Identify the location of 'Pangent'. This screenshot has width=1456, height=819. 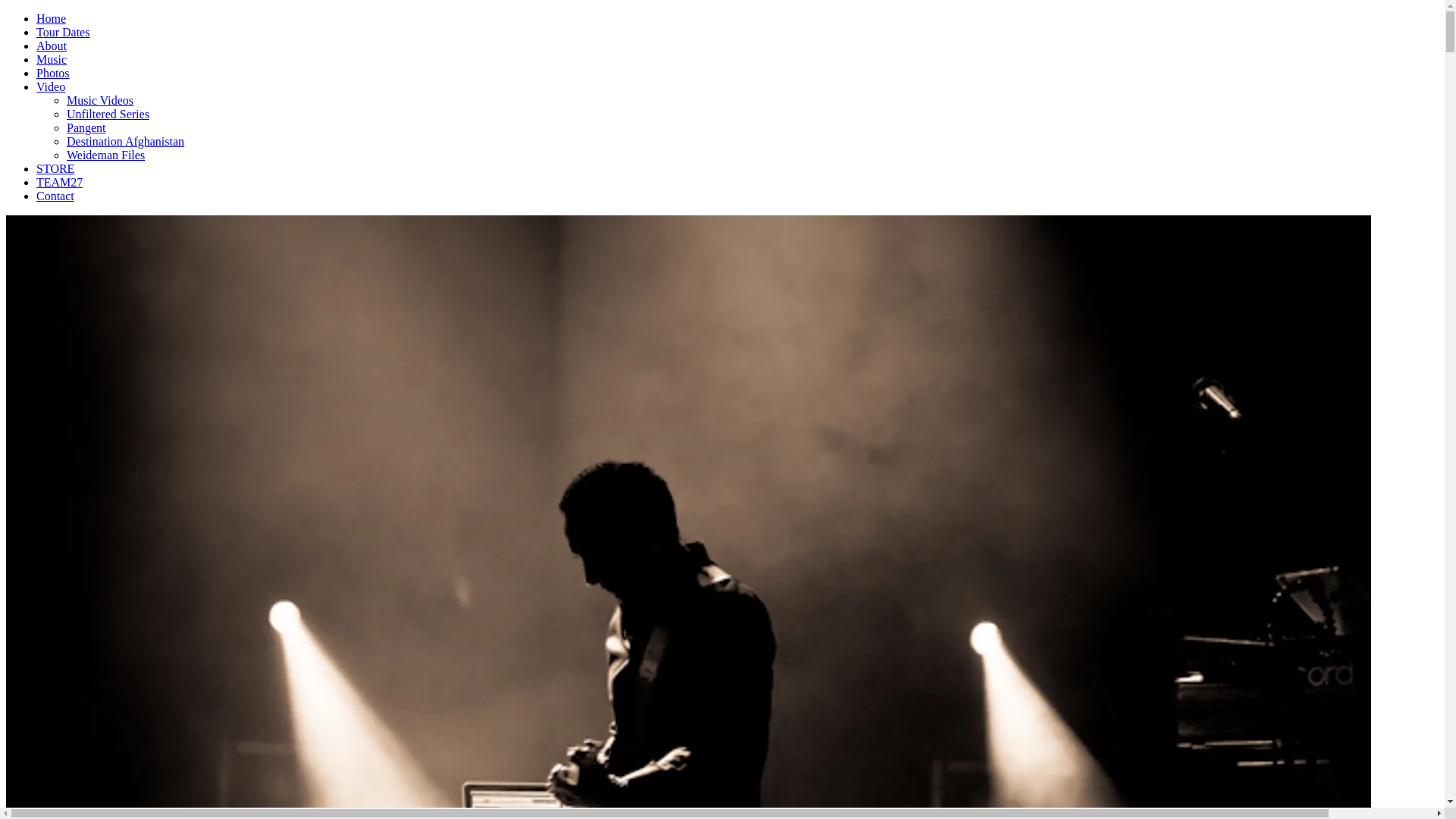
(86, 127).